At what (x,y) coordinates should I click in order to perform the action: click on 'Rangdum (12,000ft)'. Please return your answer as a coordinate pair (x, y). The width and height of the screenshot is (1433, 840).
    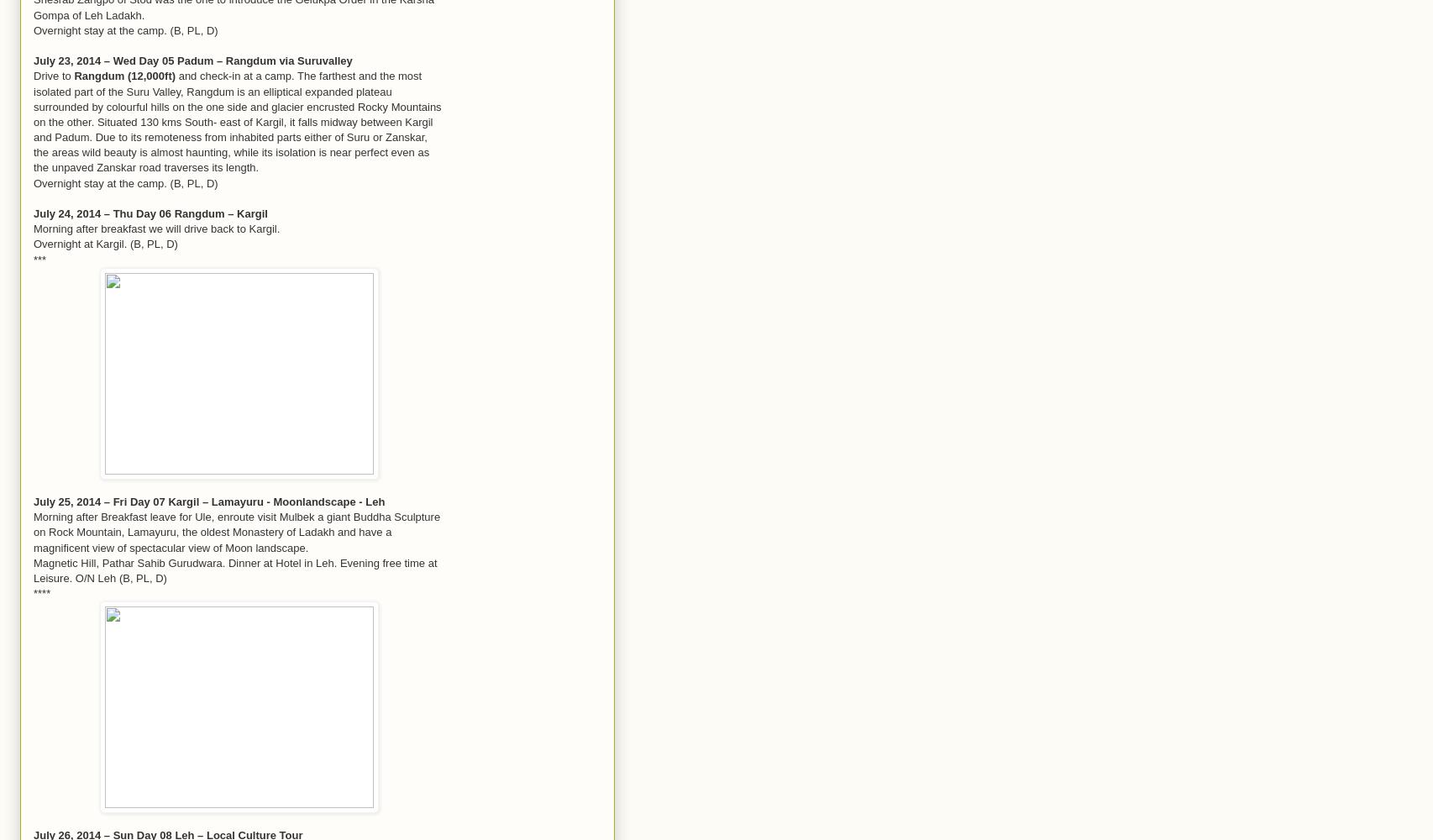
    Looking at the image, I should click on (123, 75).